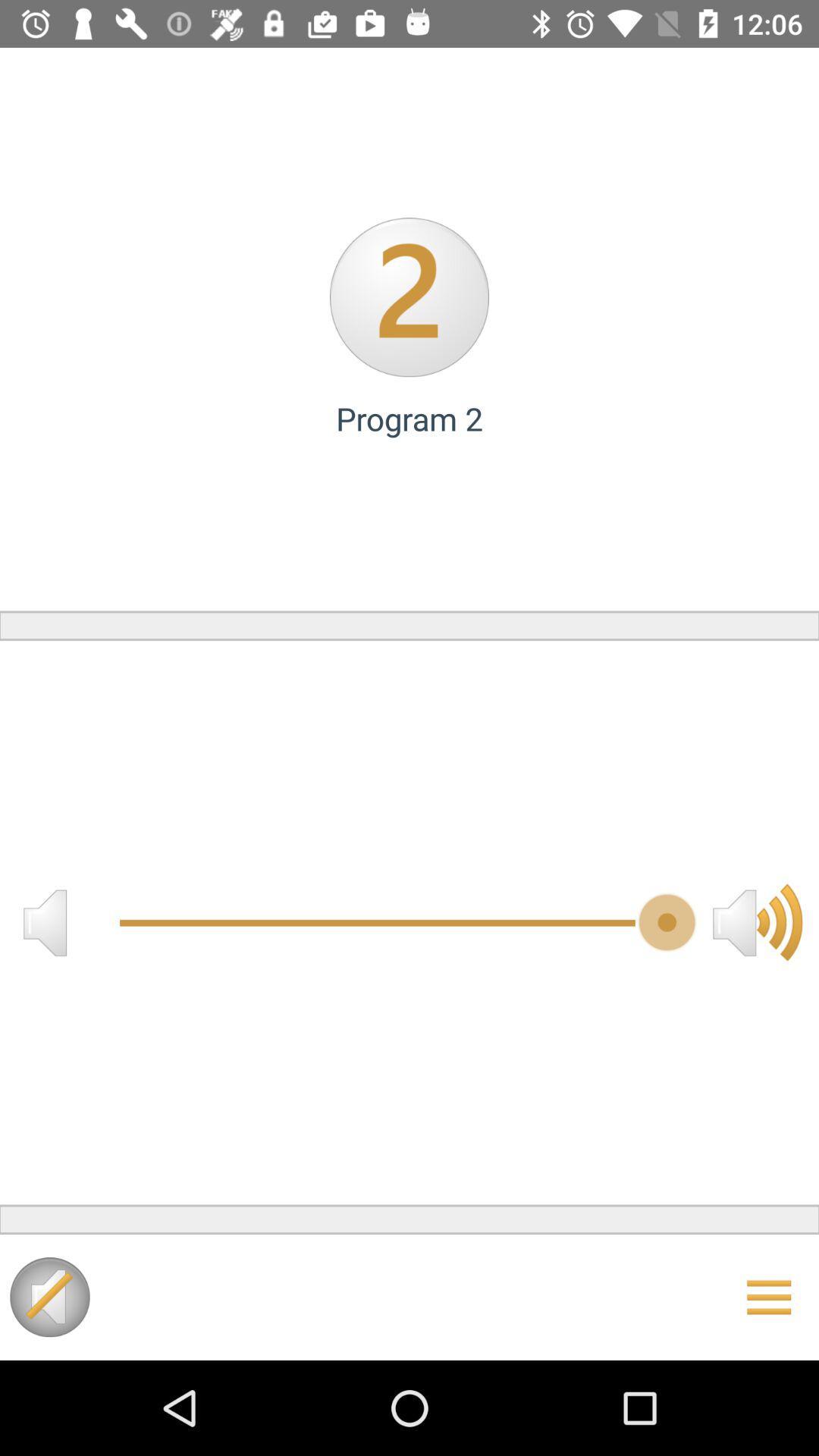 This screenshot has height=1456, width=819. What do you see at coordinates (44, 921) in the screenshot?
I see `the volume icon` at bounding box center [44, 921].